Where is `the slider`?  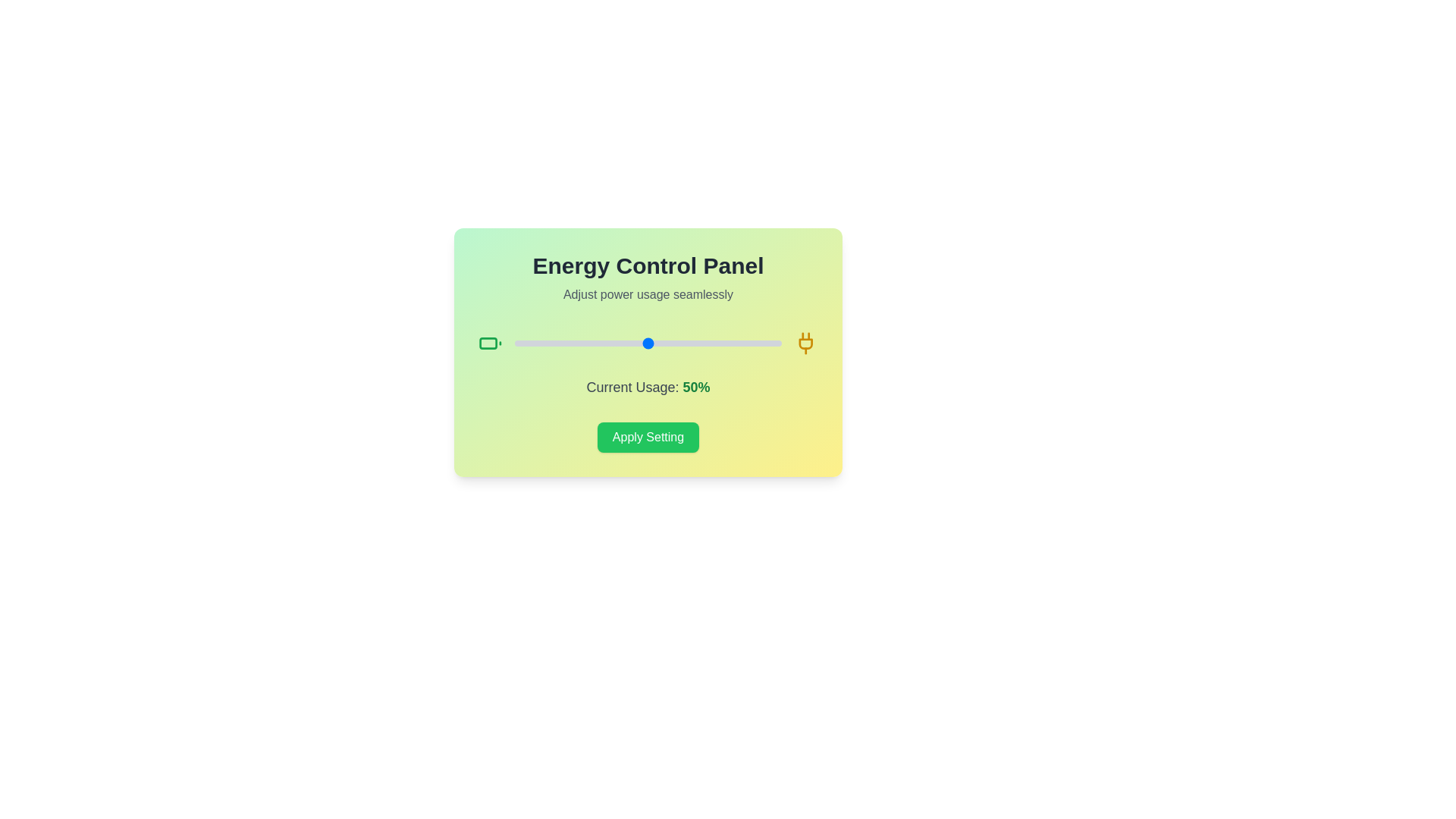 the slider is located at coordinates (575, 343).